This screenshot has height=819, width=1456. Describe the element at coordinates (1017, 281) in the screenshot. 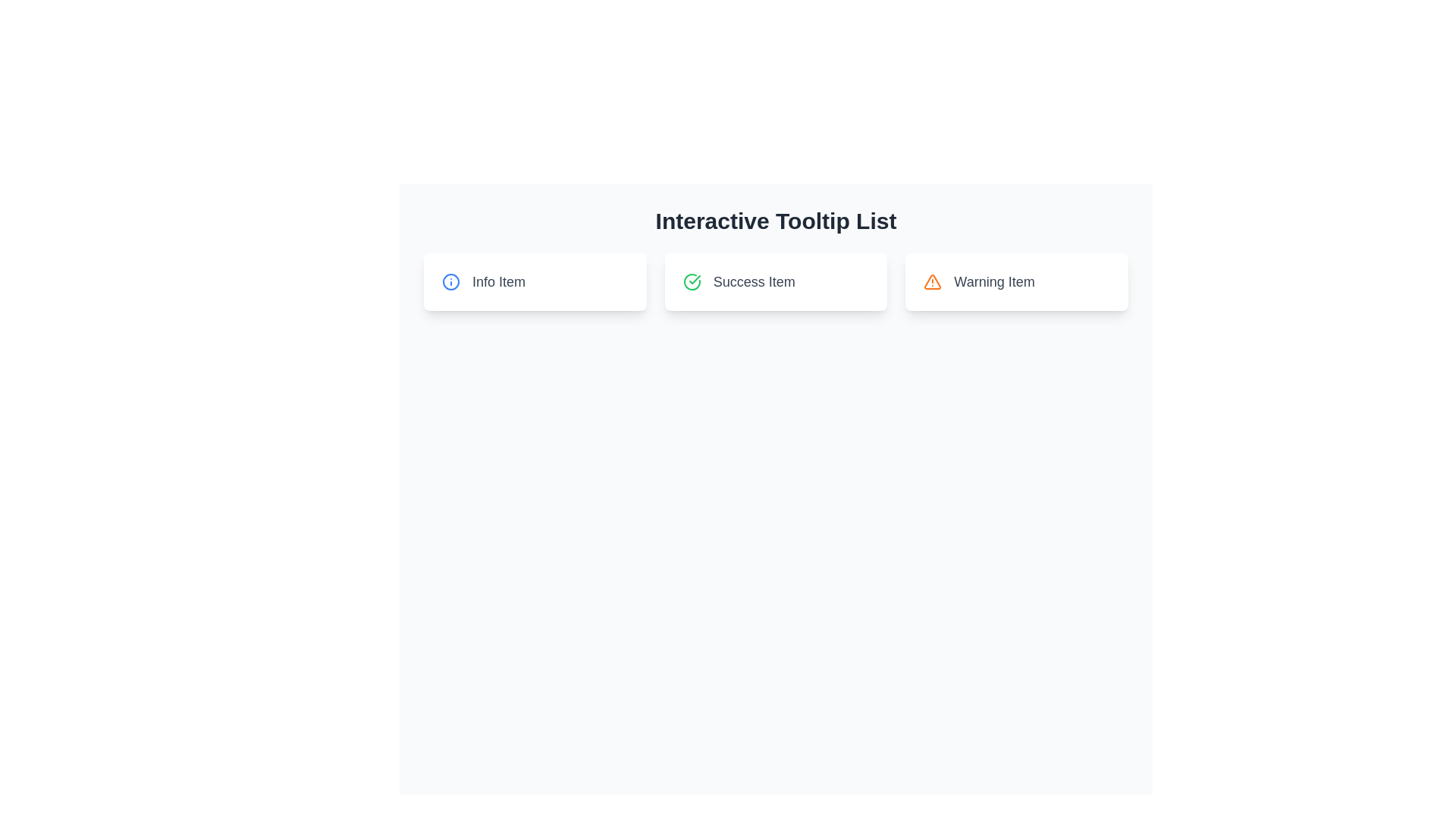

I see `the rightmost UI Label with Icon that indicates a warning or potential issue, positioned after 'Info Item' and 'Success Item'` at that location.